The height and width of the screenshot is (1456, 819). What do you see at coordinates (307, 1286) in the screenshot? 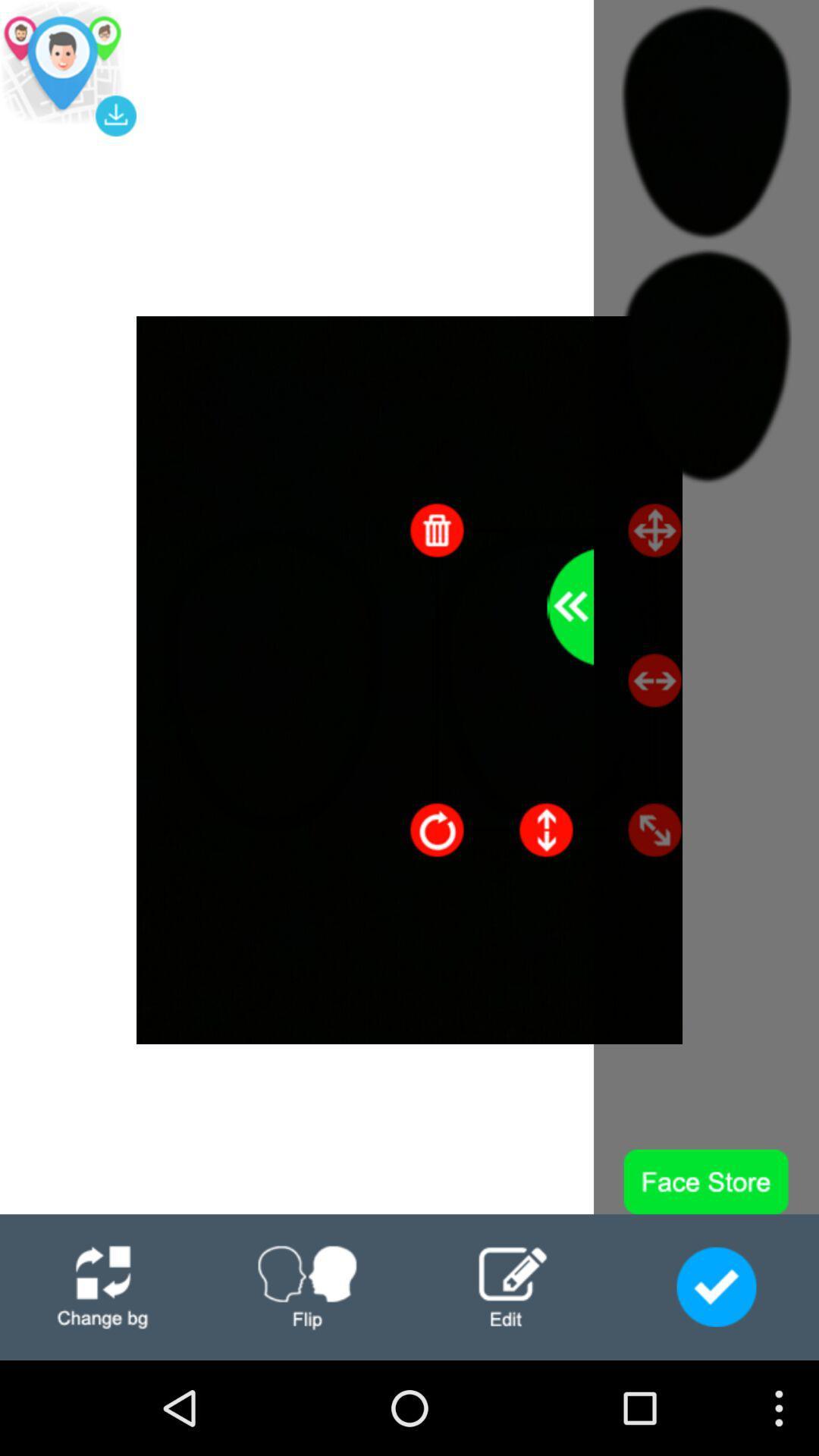
I see `fip option` at bounding box center [307, 1286].